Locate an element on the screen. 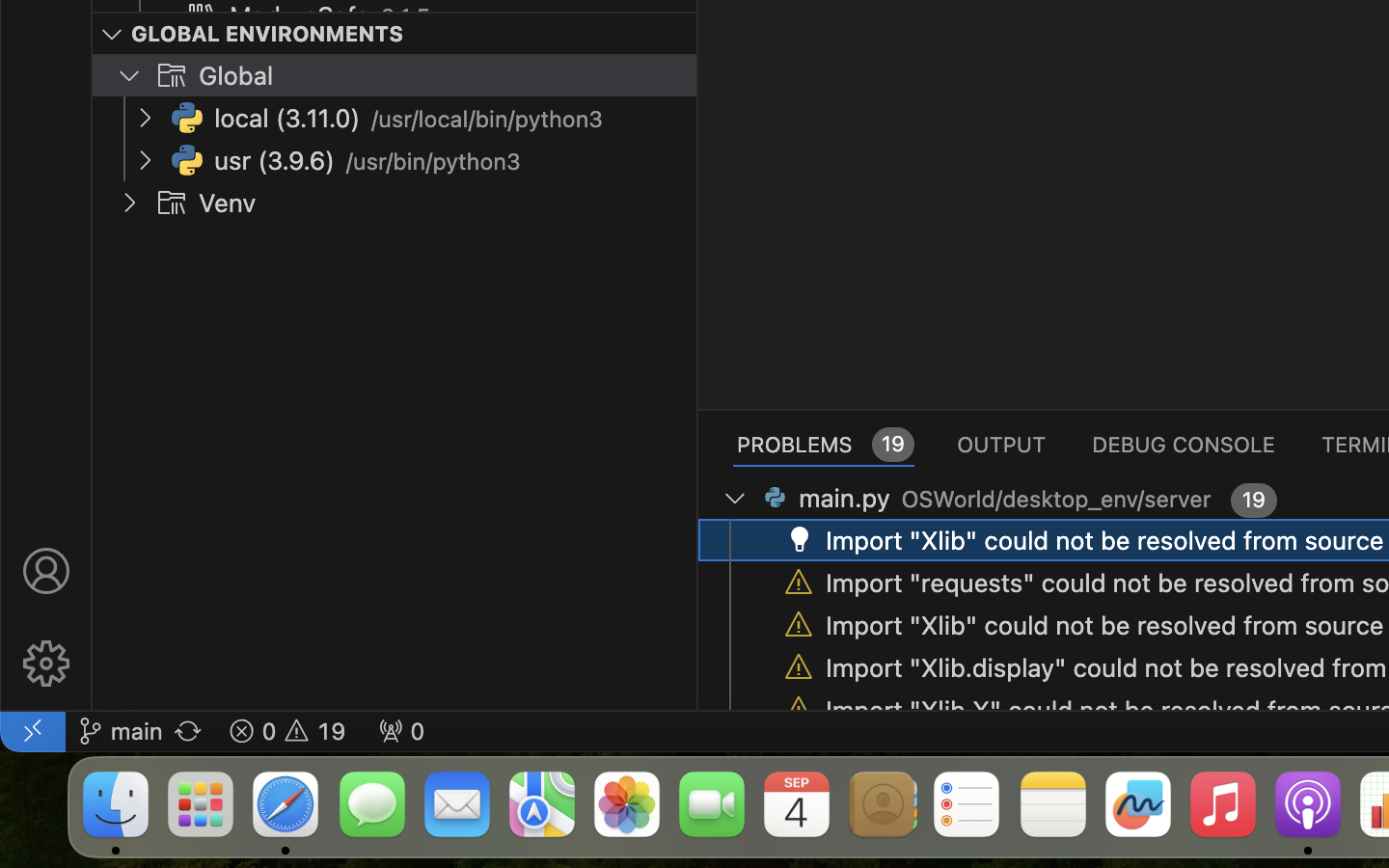 The height and width of the screenshot is (868, 1389). 'main ' is located at coordinates (119, 729).